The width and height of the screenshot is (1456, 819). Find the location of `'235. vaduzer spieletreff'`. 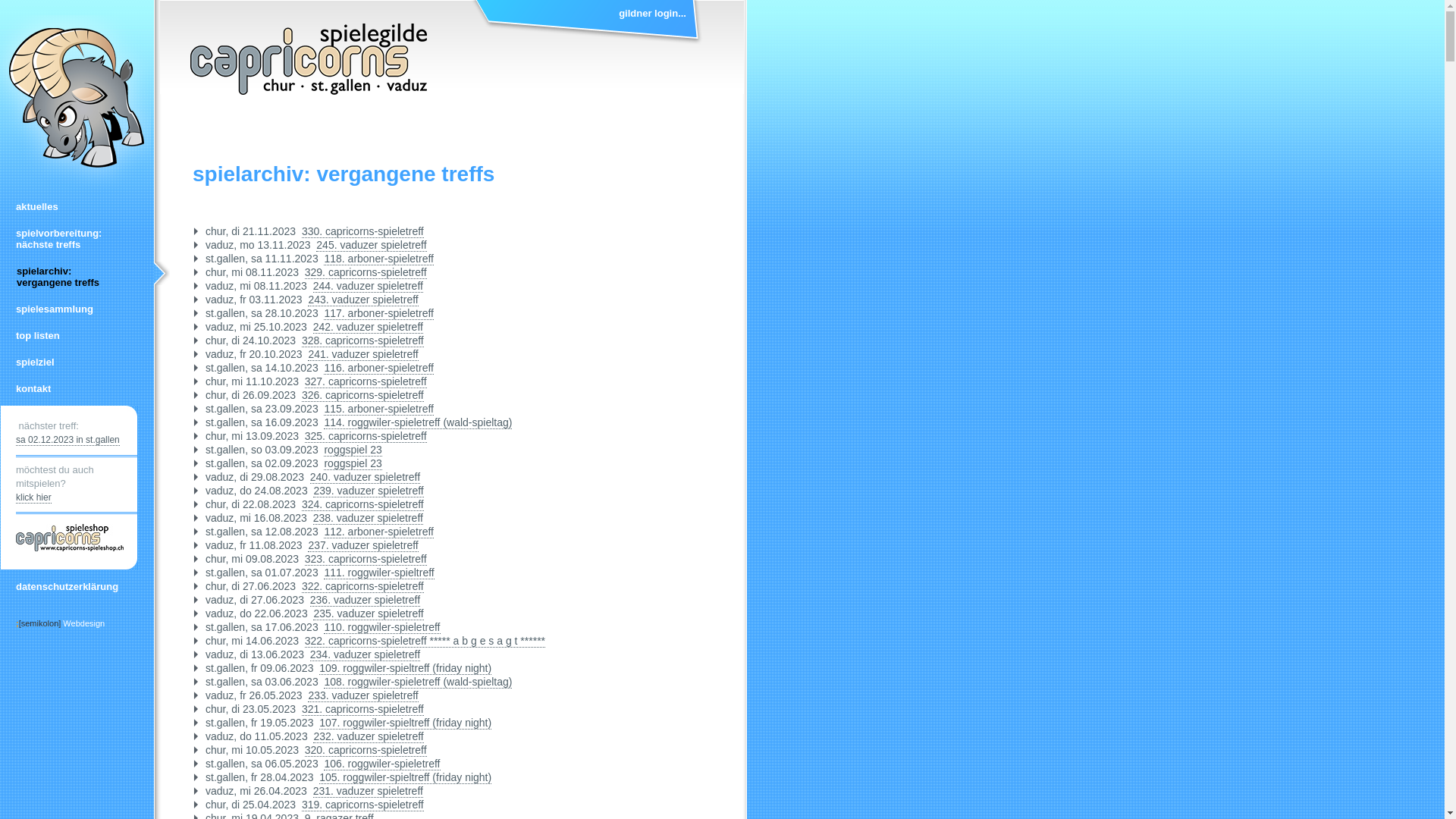

'235. vaduzer spieletreff' is located at coordinates (312, 613).